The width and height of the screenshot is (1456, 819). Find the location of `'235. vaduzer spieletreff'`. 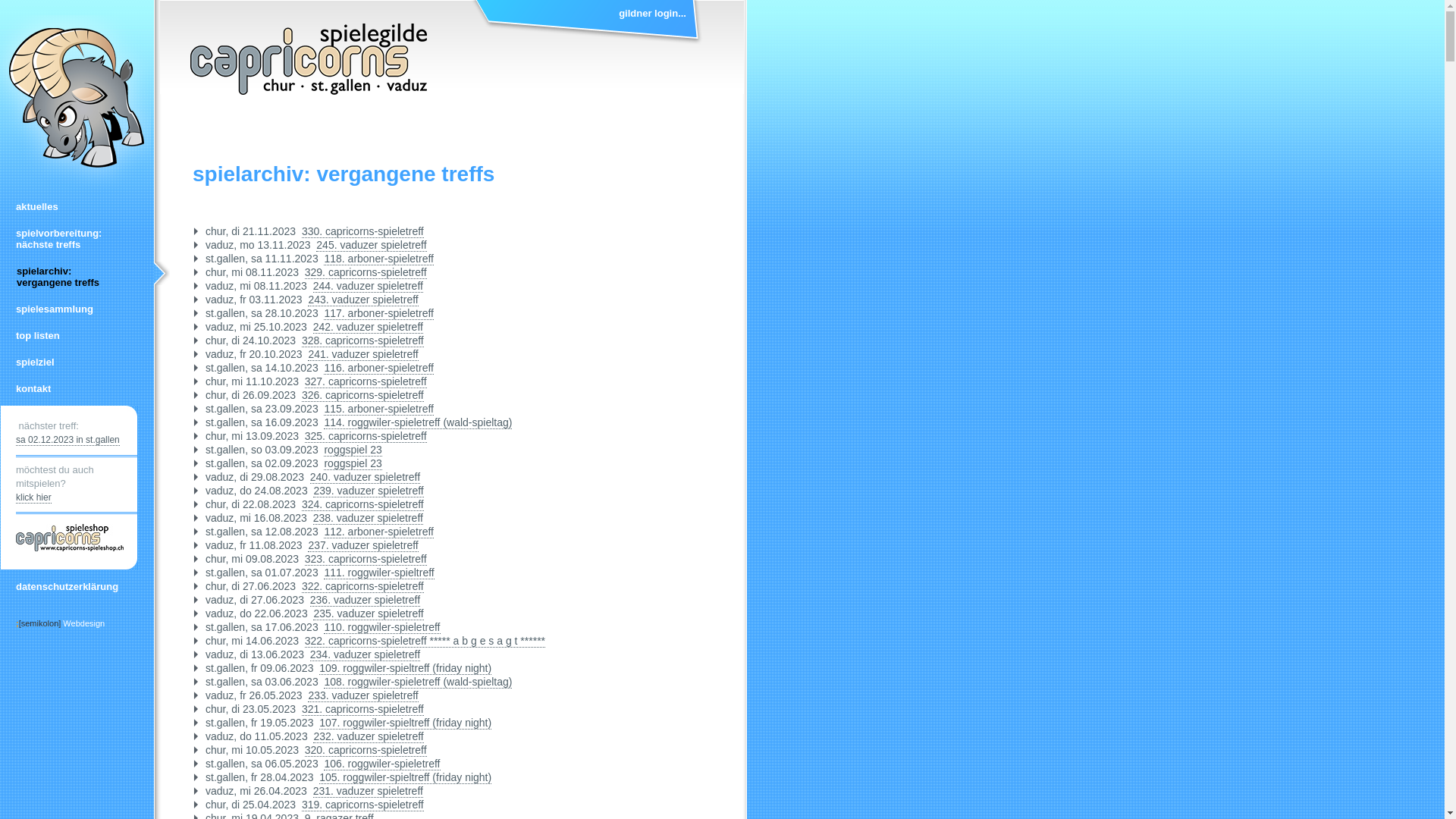

'235. vaduzer spieletreff' is located at coordinates (312, 613).